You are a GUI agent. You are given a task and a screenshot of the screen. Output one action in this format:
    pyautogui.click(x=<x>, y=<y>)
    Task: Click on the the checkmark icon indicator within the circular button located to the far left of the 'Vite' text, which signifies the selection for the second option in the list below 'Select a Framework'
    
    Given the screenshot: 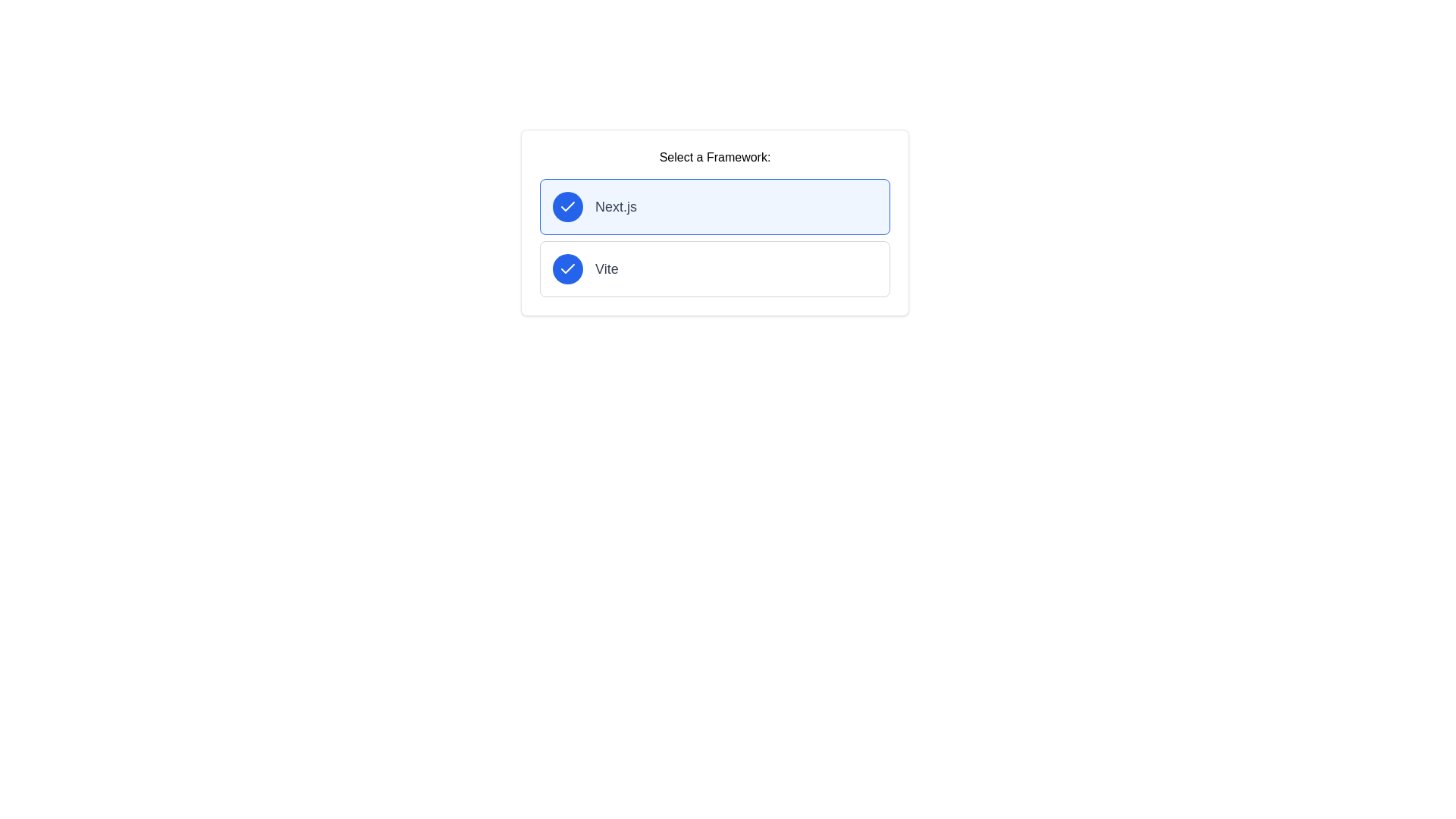 What is the action you would take?
    pyautogui.click(x=566, y=268)
    